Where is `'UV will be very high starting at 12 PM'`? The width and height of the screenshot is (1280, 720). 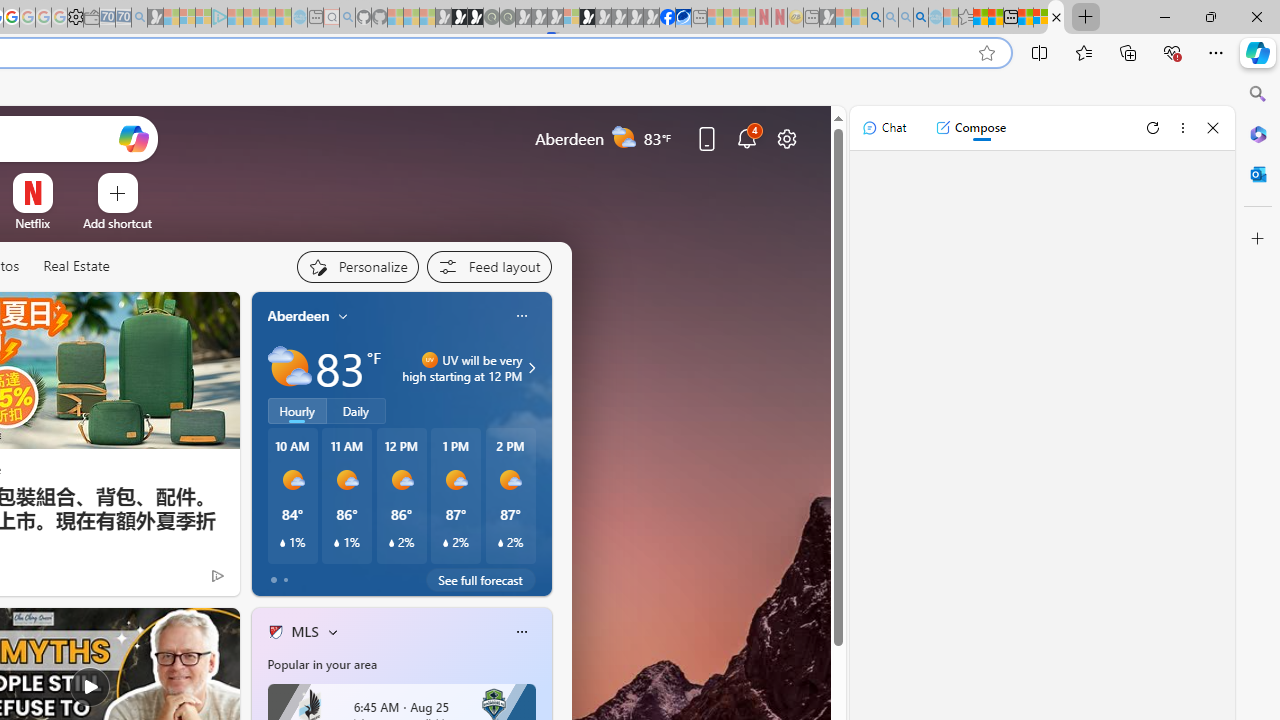
'UV will be very high starting at 12 PM' is located at coordinates (529, 367).